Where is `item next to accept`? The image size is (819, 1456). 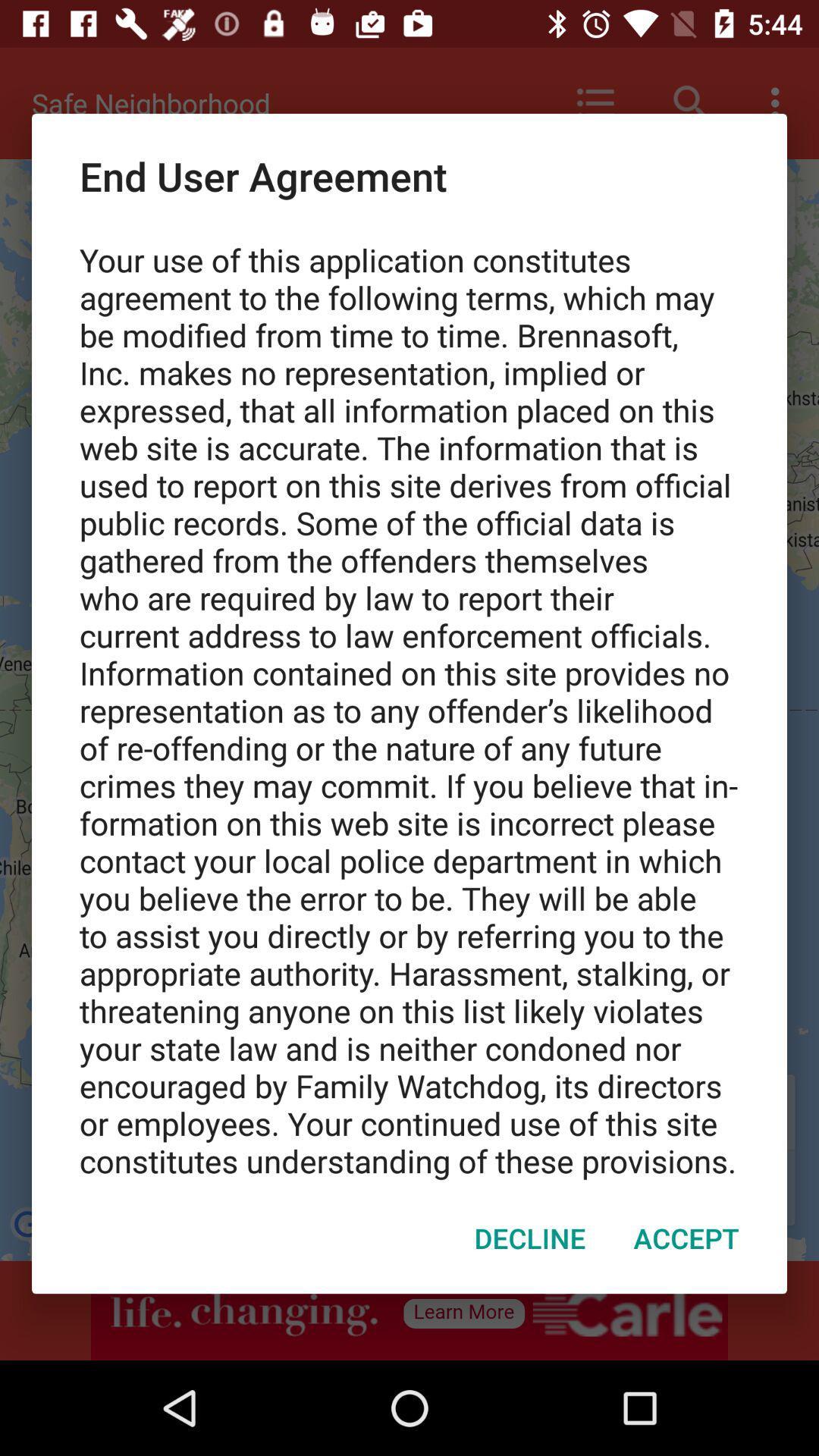
item next to accept is located at coordinates (529, 1238).